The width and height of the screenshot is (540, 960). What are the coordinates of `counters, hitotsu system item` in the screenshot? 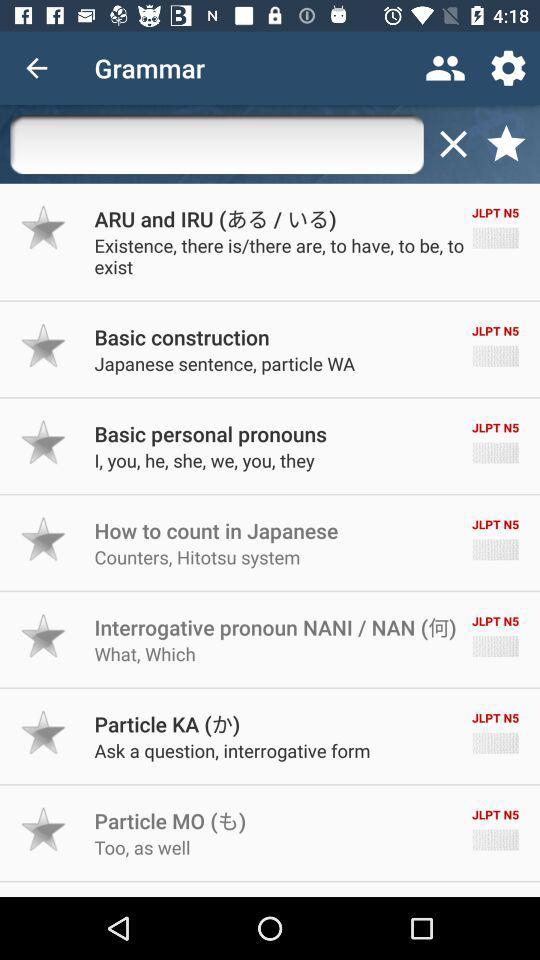 It's located at (197, 557).